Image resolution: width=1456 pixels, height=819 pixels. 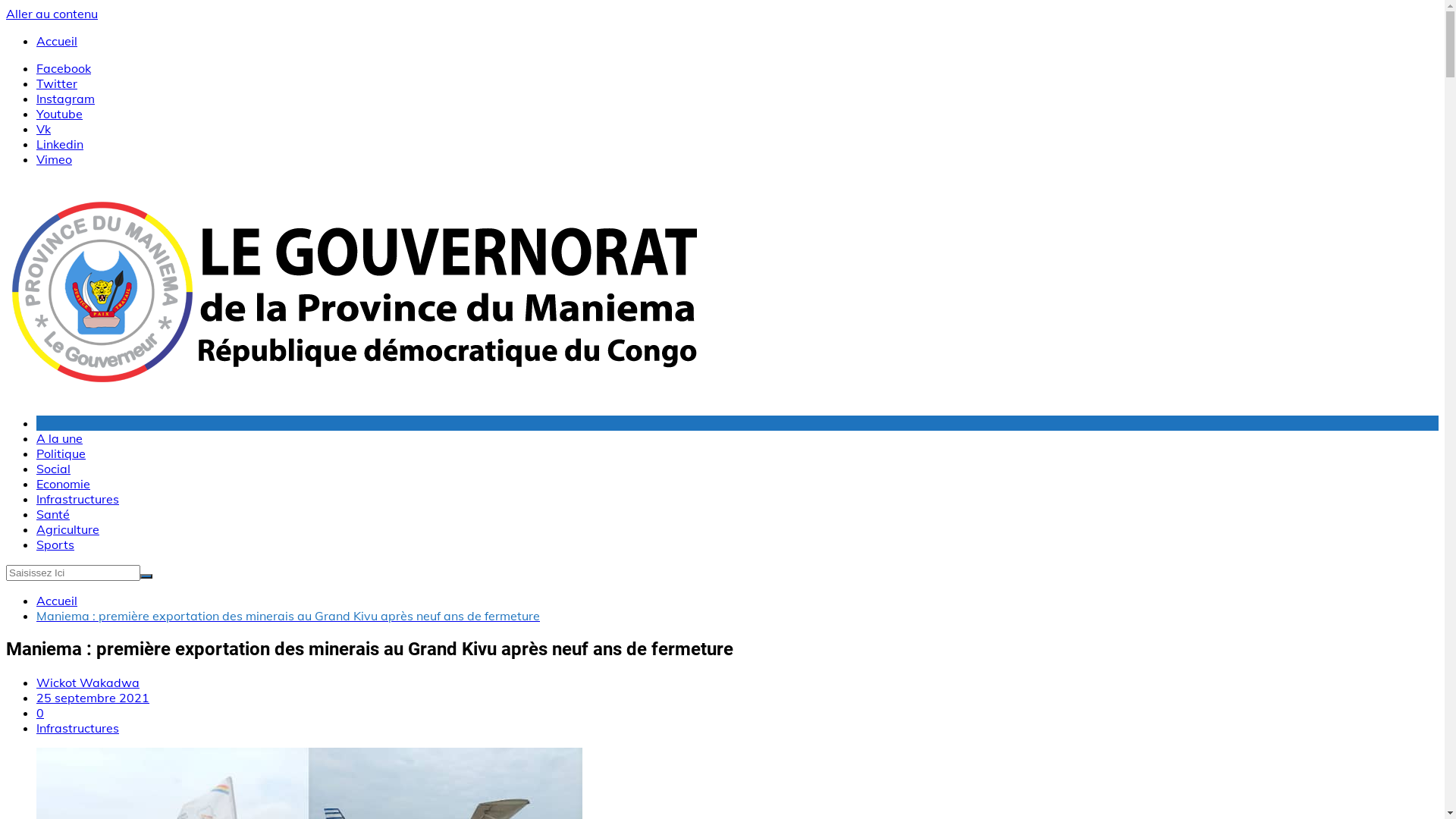 I want to click on 'Youtube', so click(x=59, y=113).